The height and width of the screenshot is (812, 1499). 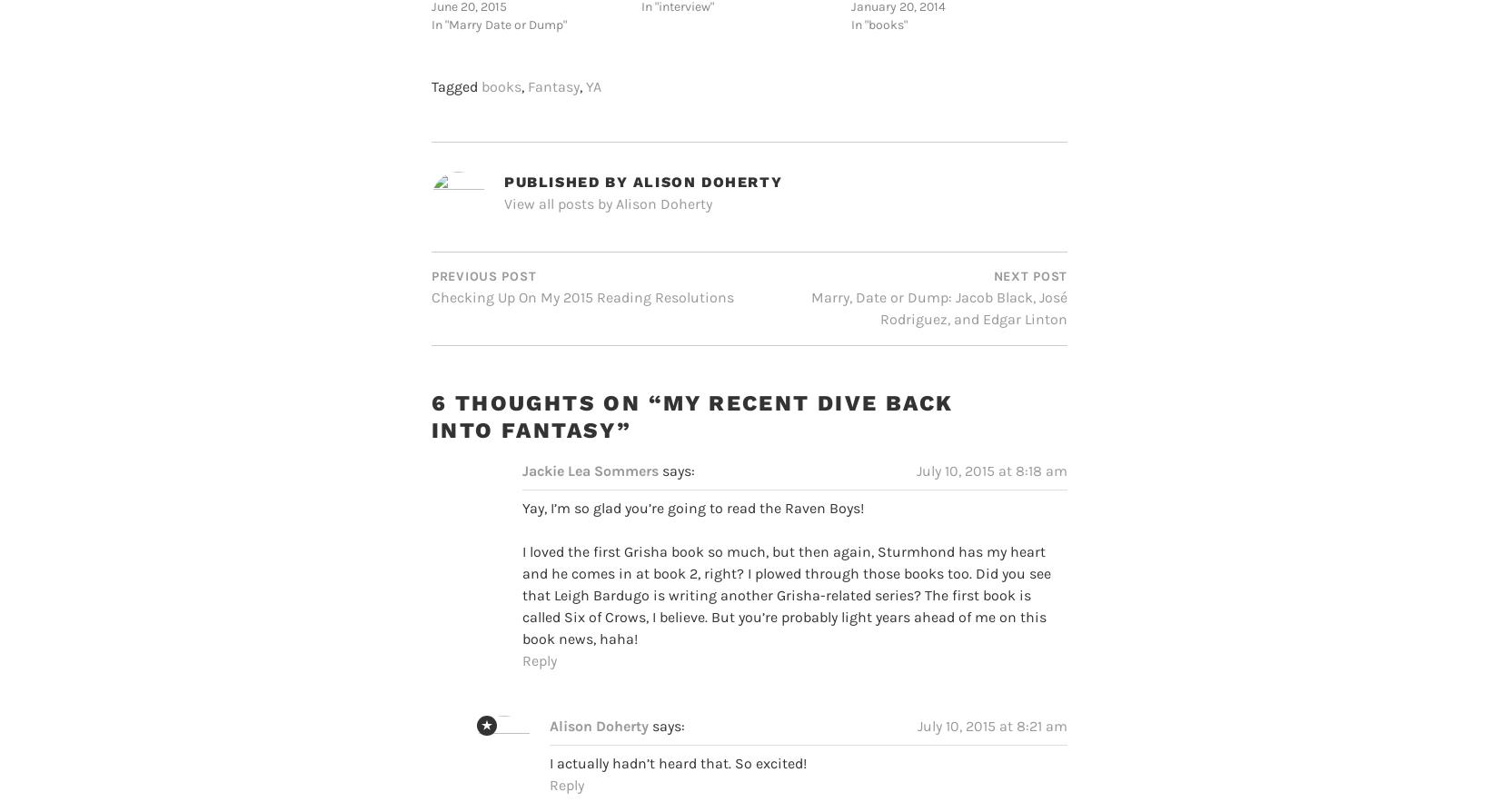 I want to click on 'Published by', so click(x=503, y=148).